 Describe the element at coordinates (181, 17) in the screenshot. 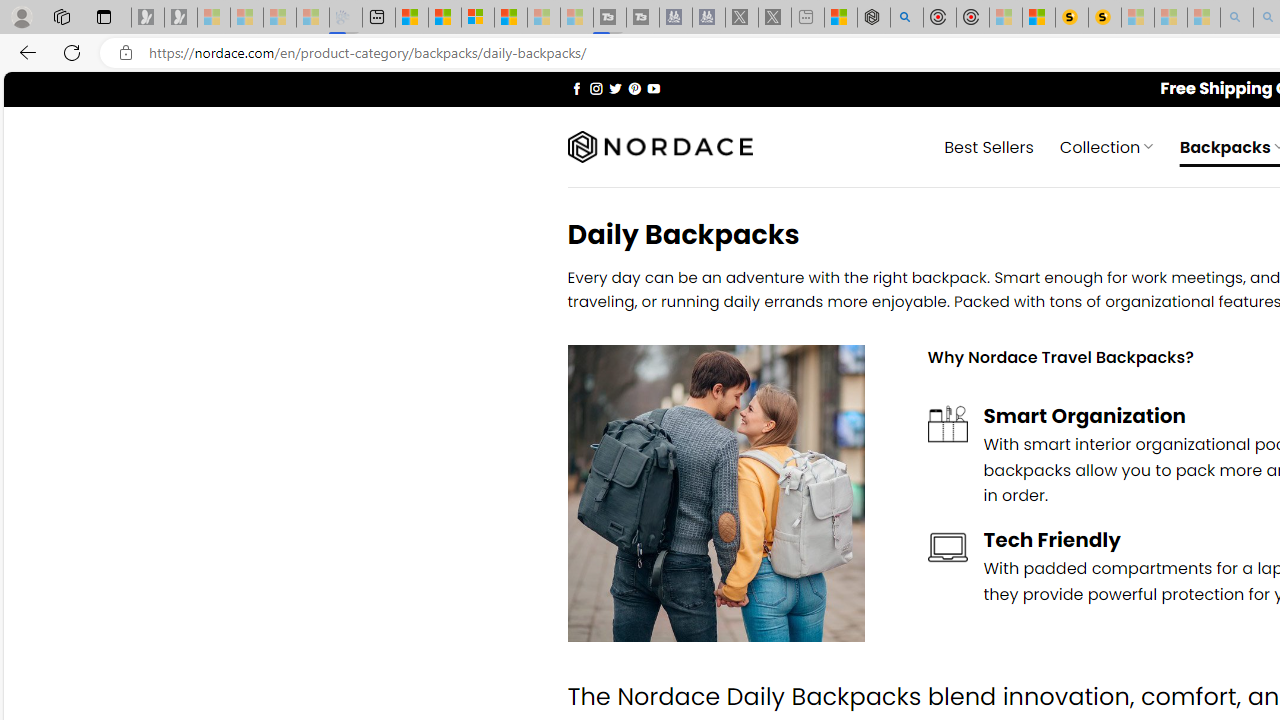

I see `'Newsletter Sign Up - Sleeping'` at that location.